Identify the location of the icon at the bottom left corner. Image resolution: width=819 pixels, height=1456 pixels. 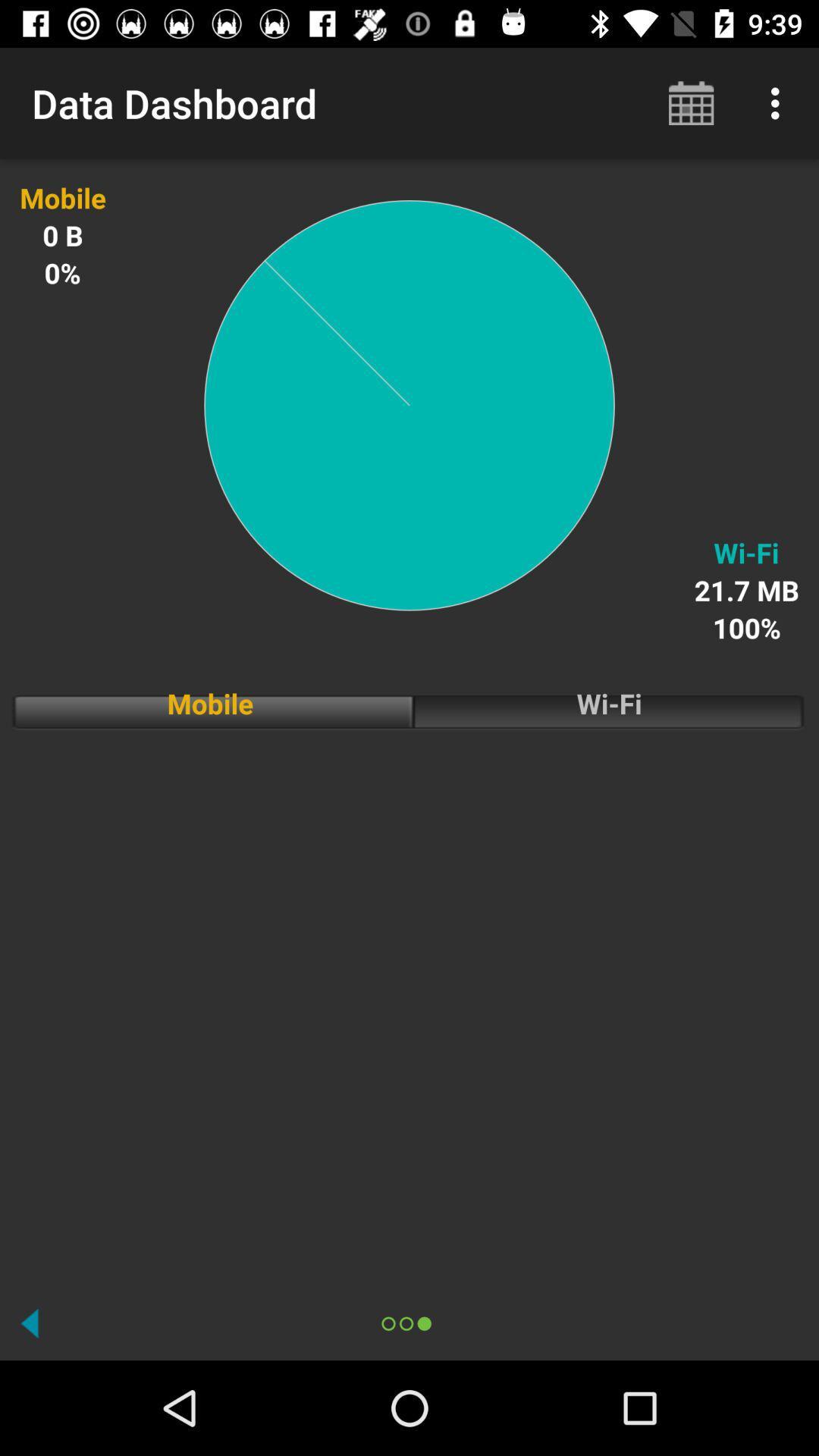
(30, 1323).